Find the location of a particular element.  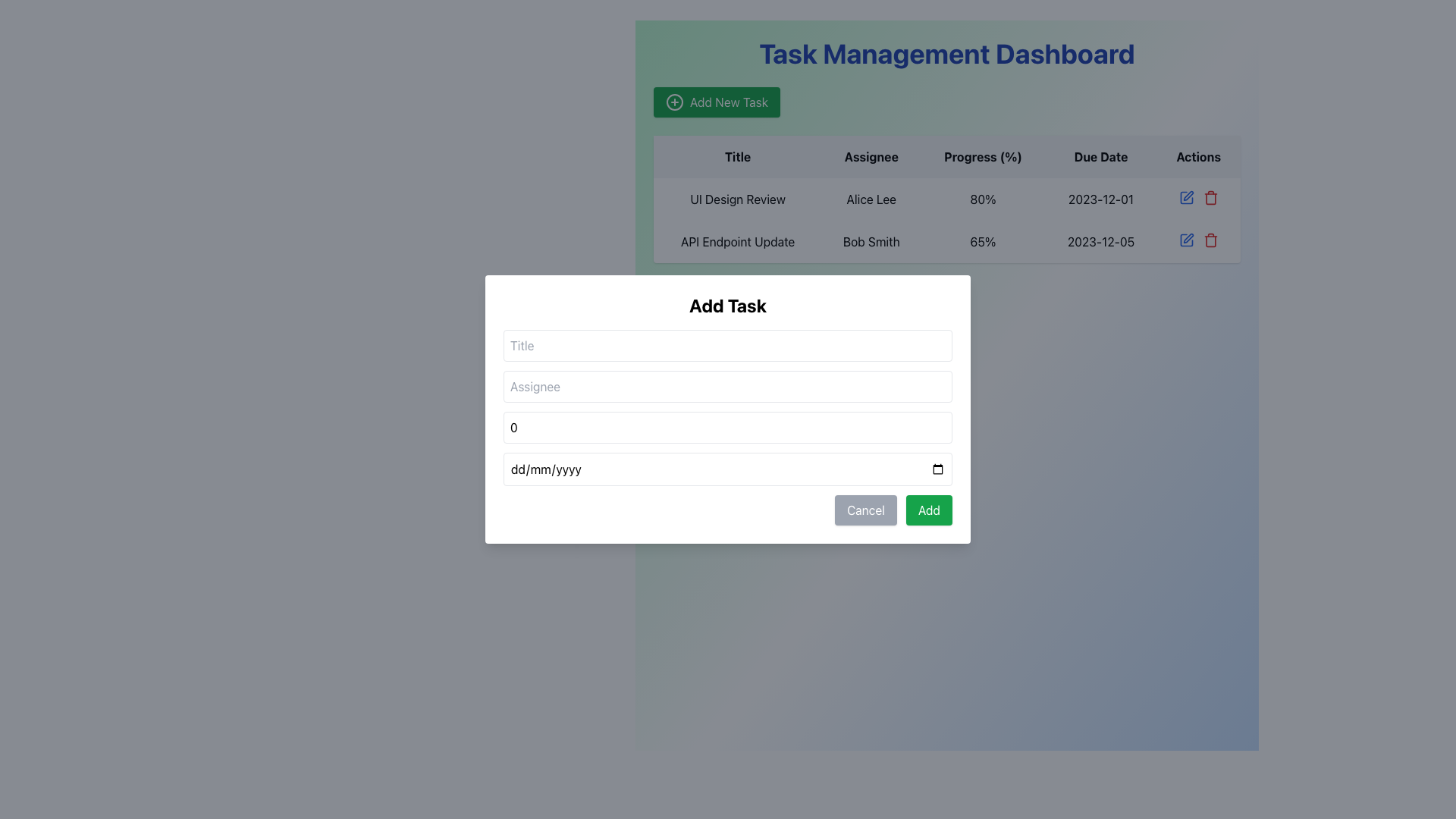

the informational text label displaying the progress percentage (80%) for the task 'UI Design Review' located in the 'Progress (%)' column of the corresponding table is located at coordinates (983, 198).